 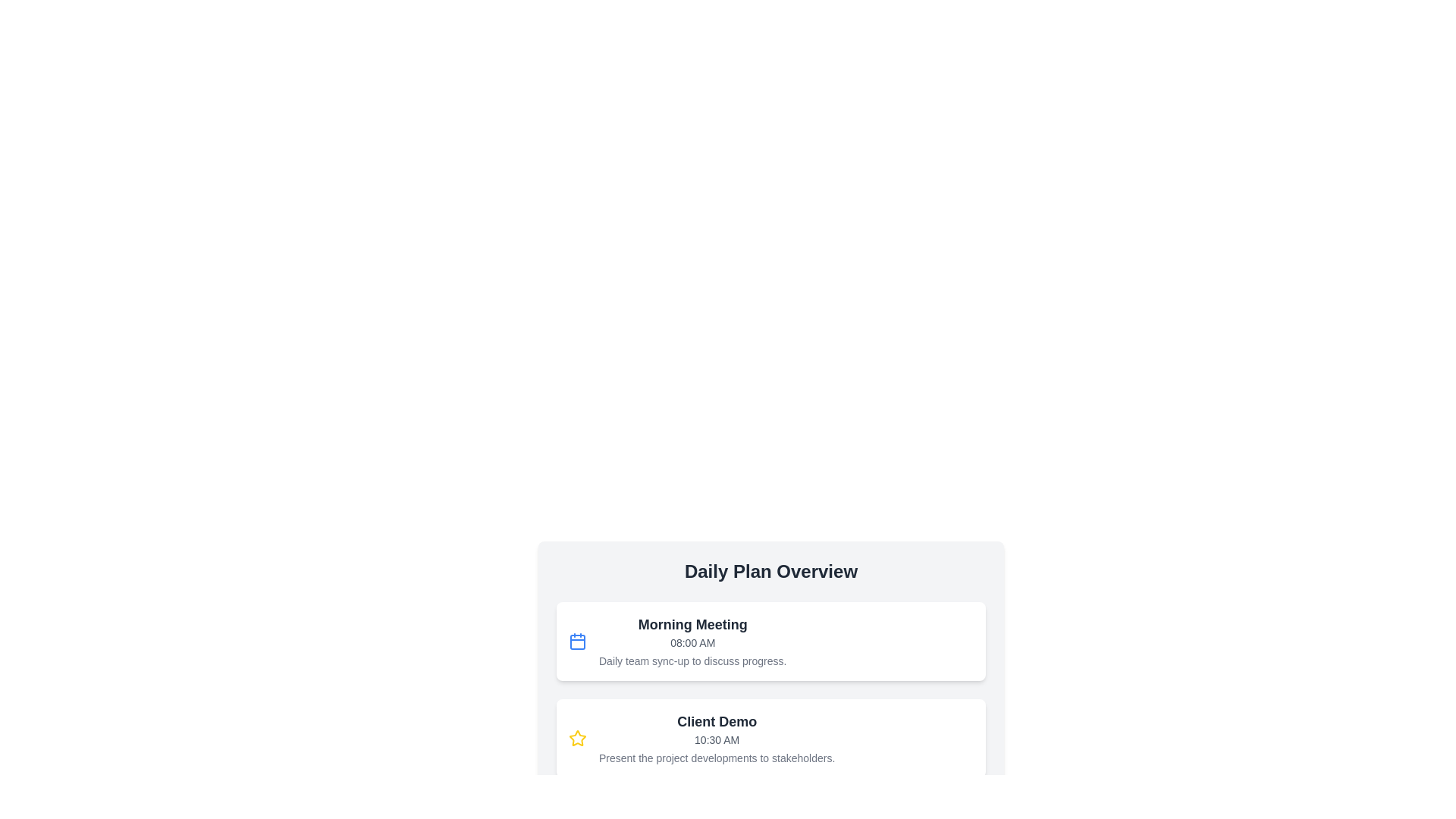 What do you see at coordinates (577, 737) in the screenshot?
I see `the star-shaped icon with a yellow border and white-filled center located on the left side of the 'Client Demo' appointment block in the 'Daily Plan Overview' section` at bounding box center [577, 737].